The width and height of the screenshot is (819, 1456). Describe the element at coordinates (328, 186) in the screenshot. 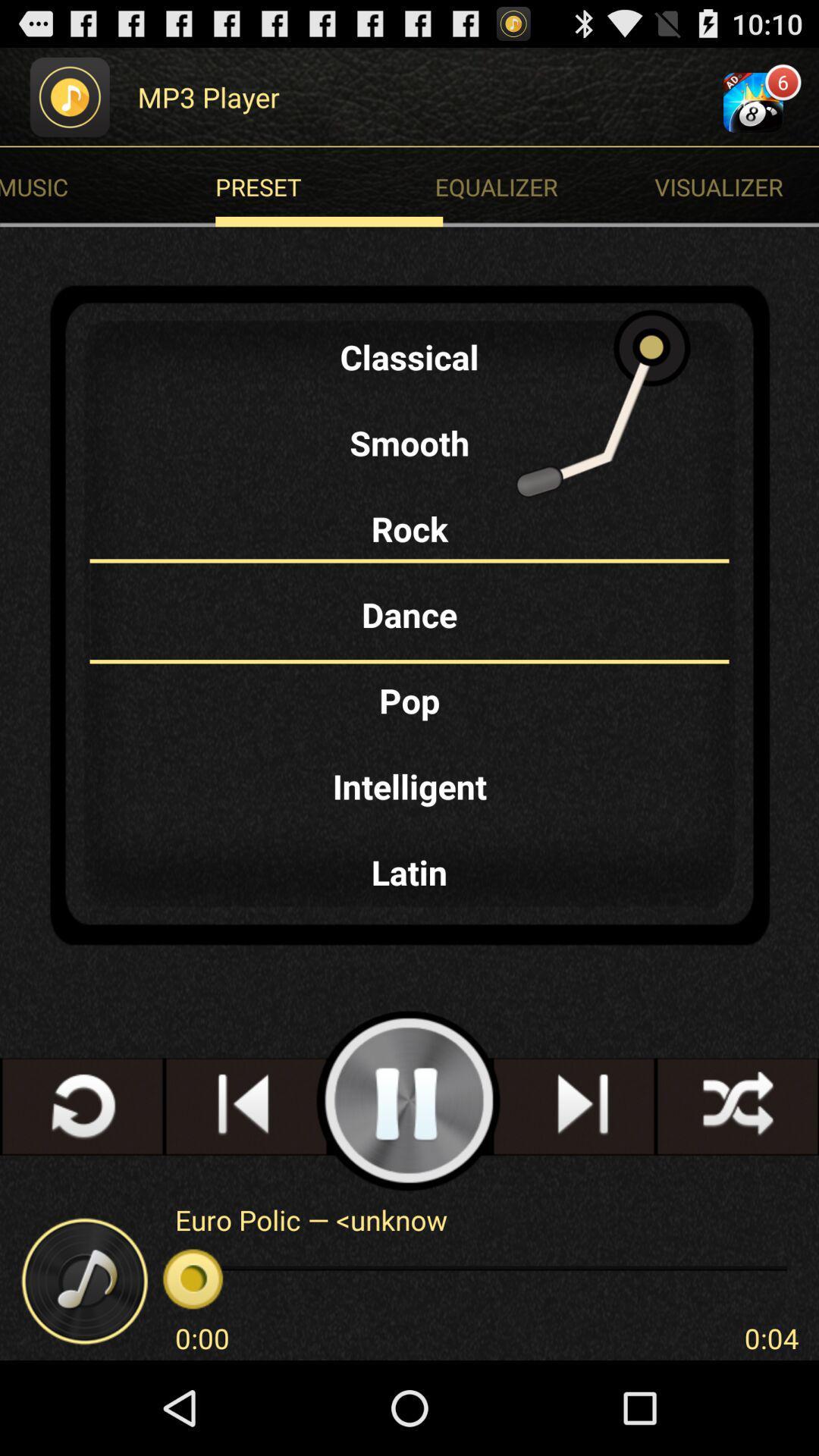

I see `radio button to the left of visualizer icon` at that location.